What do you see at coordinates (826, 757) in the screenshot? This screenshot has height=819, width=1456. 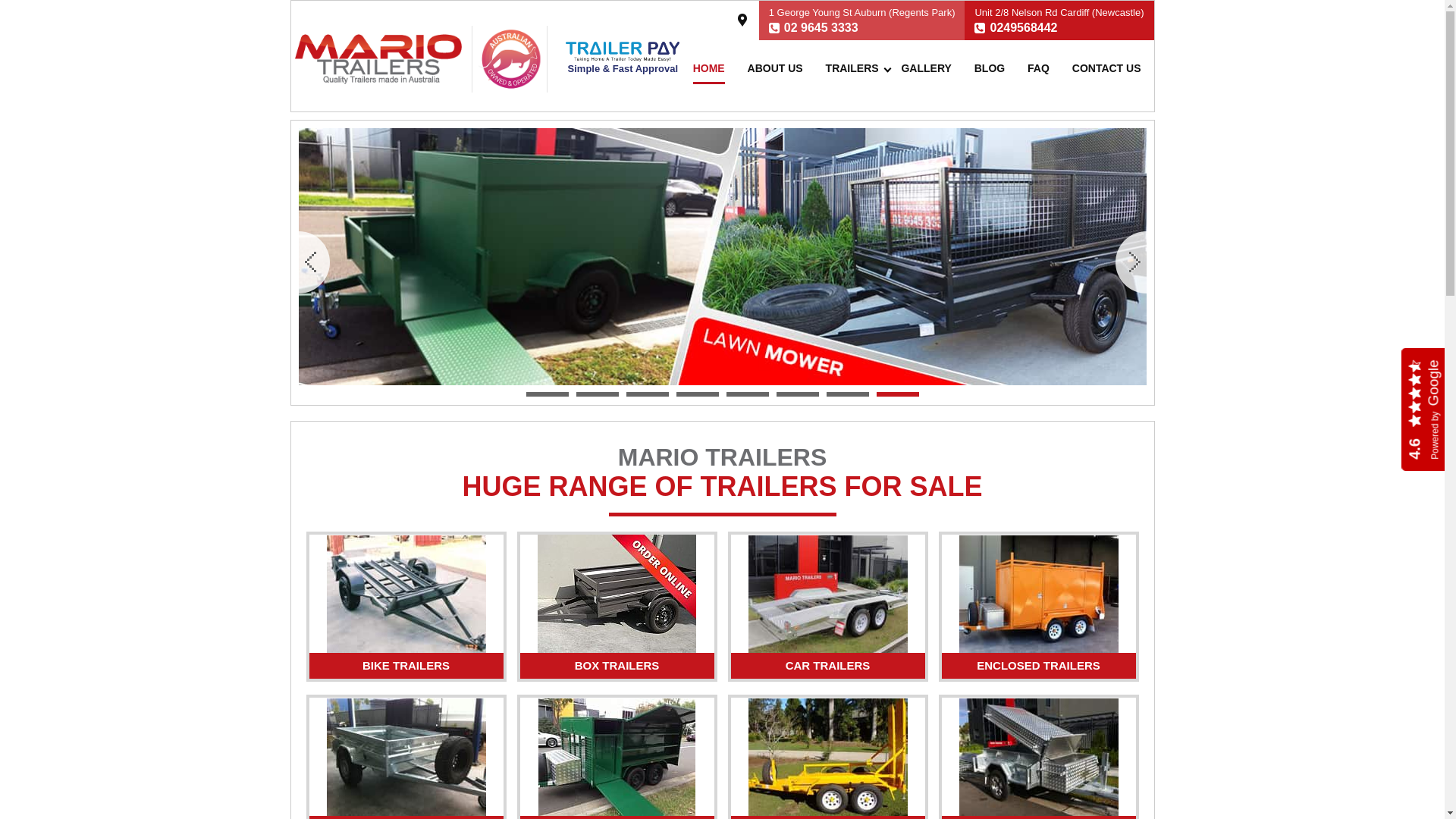 I see `'Machinery Trailers'` at bounding box center [826, 757].